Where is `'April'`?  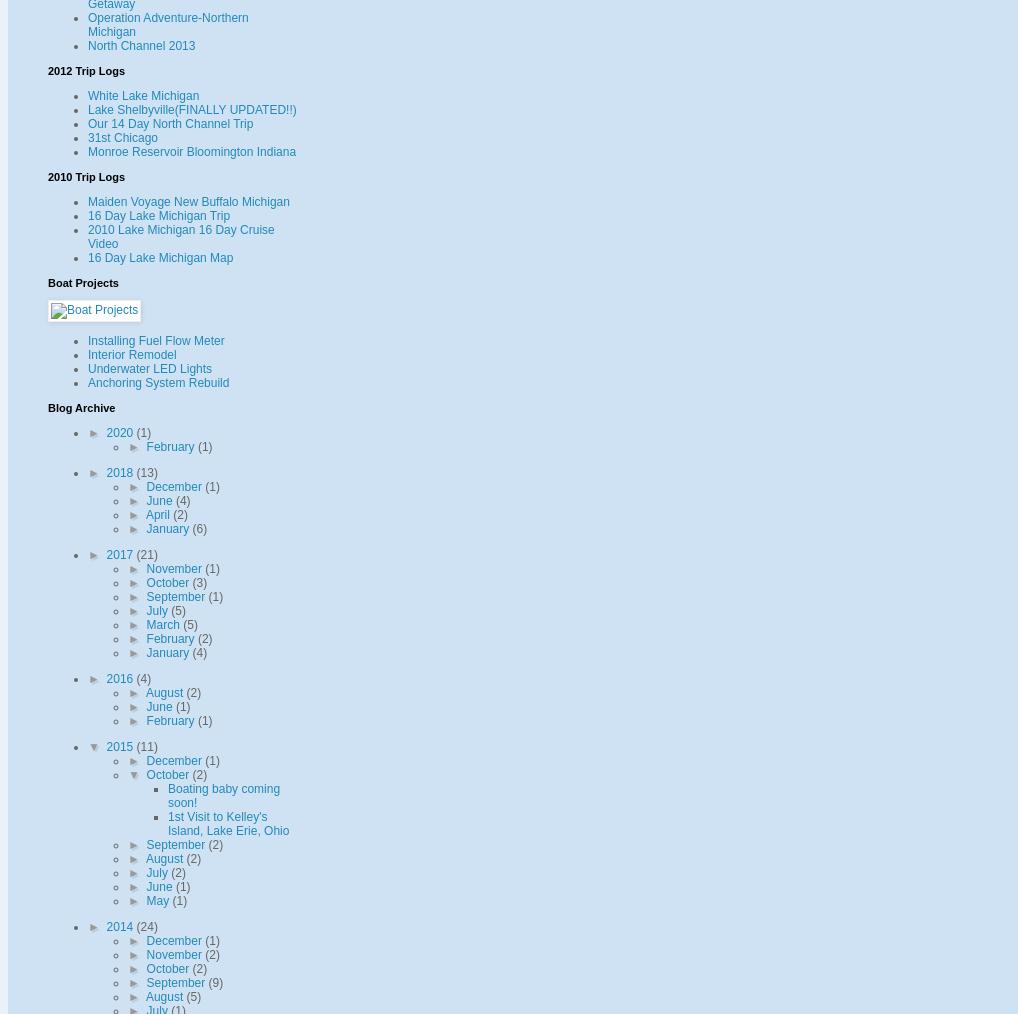
'April' is located at coordinates (159, 512).